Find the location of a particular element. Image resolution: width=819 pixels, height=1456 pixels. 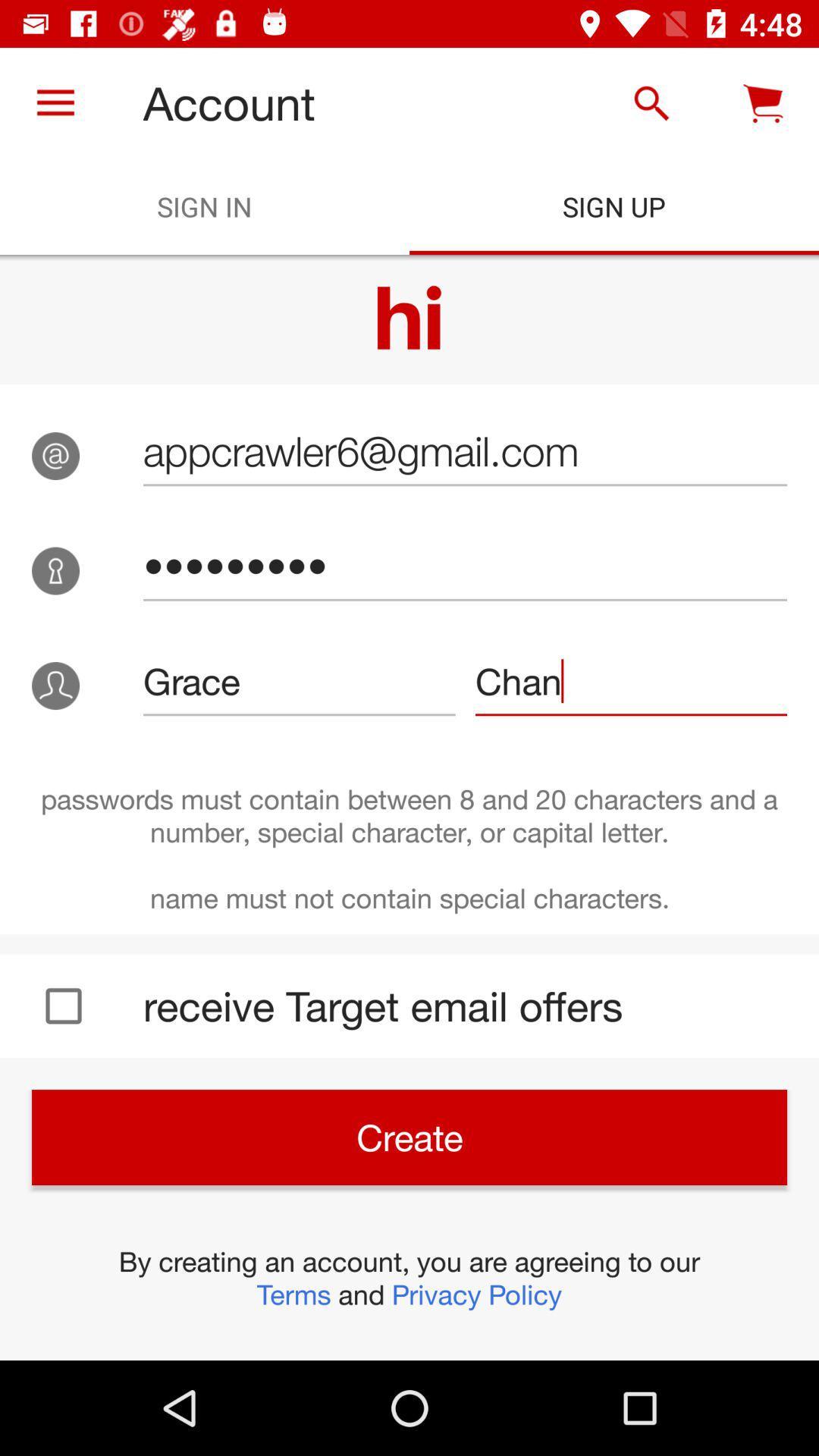

the crowd3116 icon is located at coordinates (464, 565).